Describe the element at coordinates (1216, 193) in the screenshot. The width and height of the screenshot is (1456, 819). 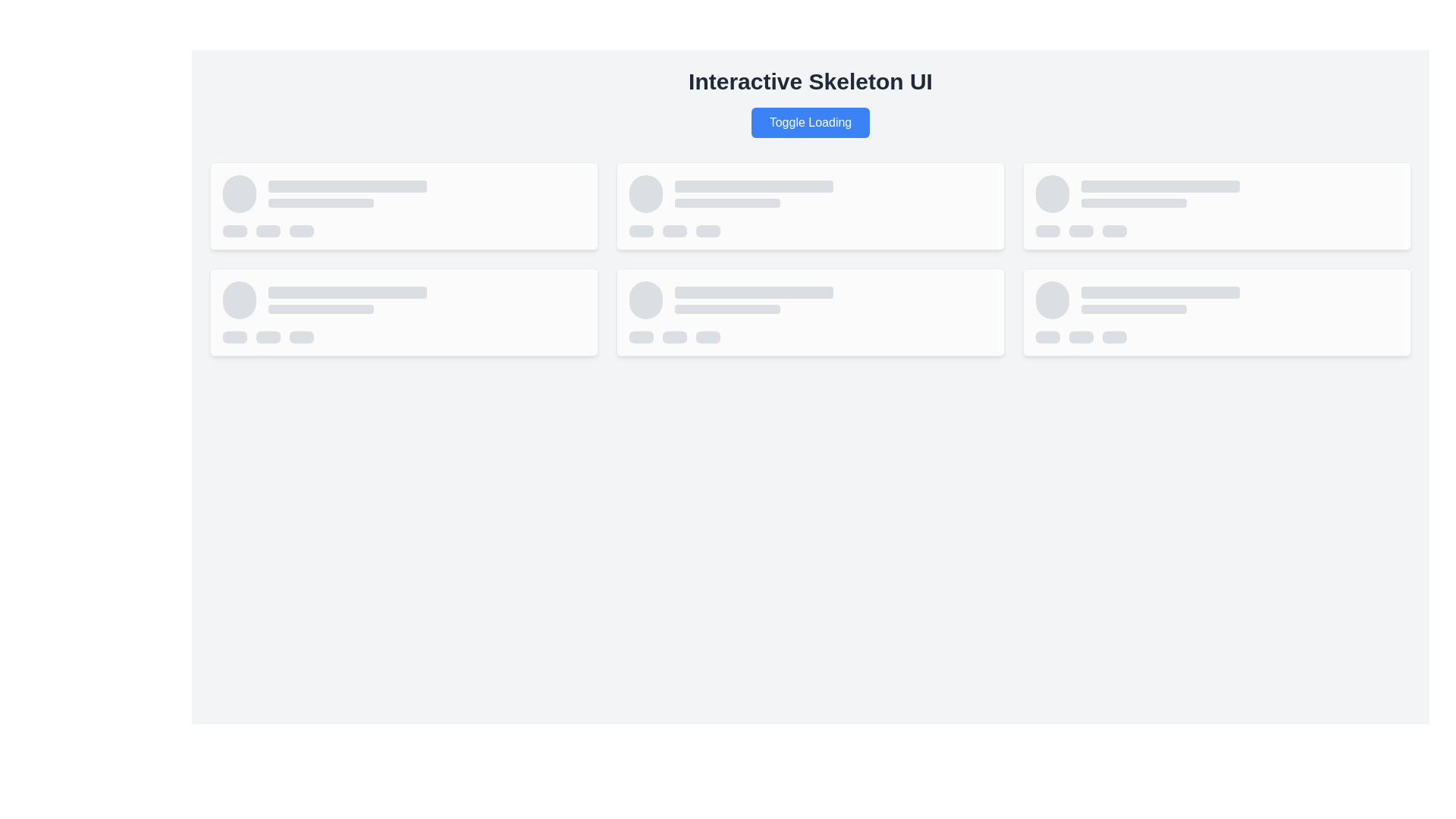
I see `the Skeleton placeholder located in the last card on the top-right row of the grid layout, which is positioned next to a circular gray shape and contains two gray horizontal rectangles` at that location.